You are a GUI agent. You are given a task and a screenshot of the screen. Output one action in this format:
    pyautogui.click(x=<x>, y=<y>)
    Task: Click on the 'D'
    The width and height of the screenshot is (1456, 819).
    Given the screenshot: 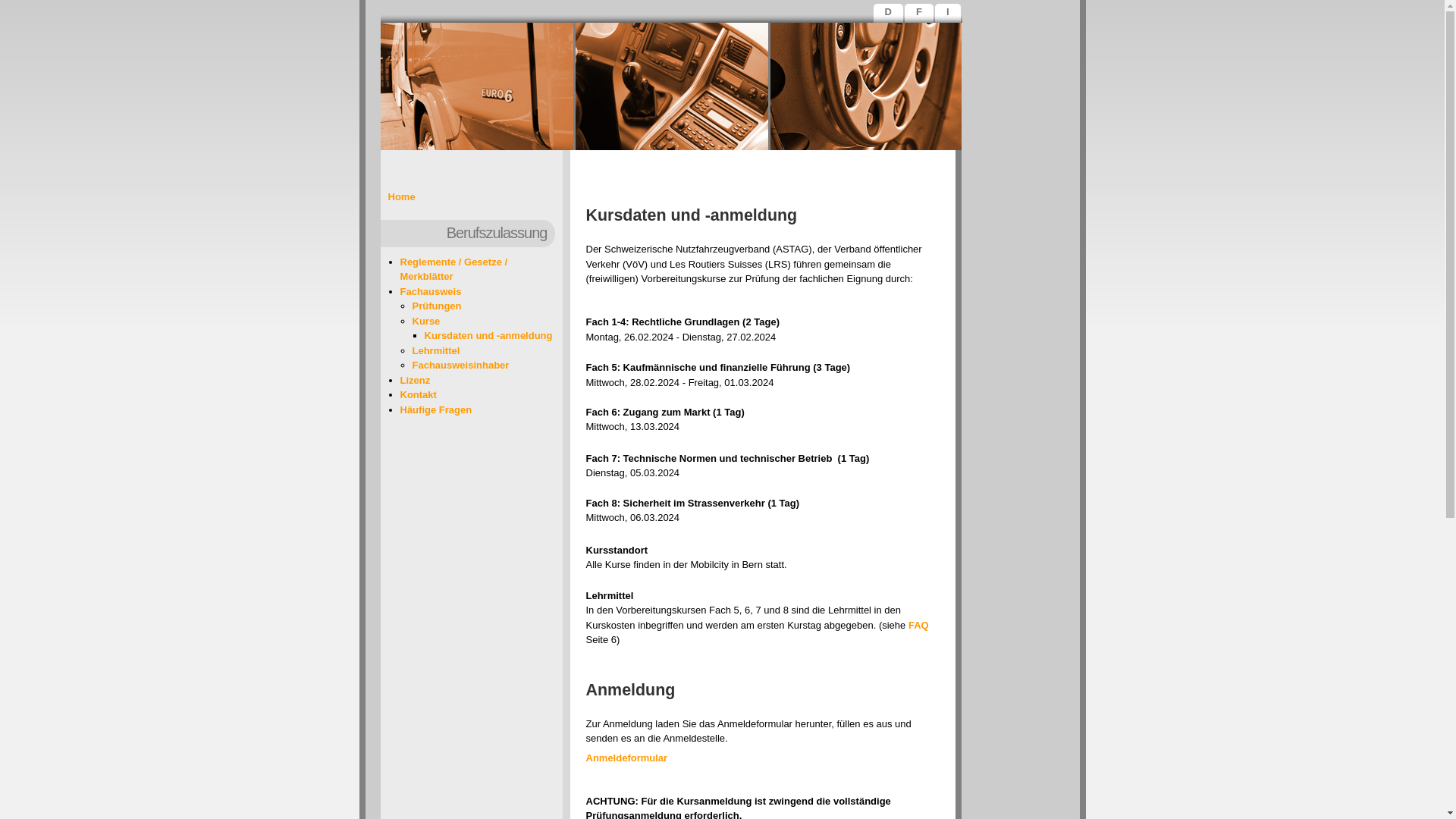 What is the action you would take?
    pyautogui.click(x=877, y=14)
    